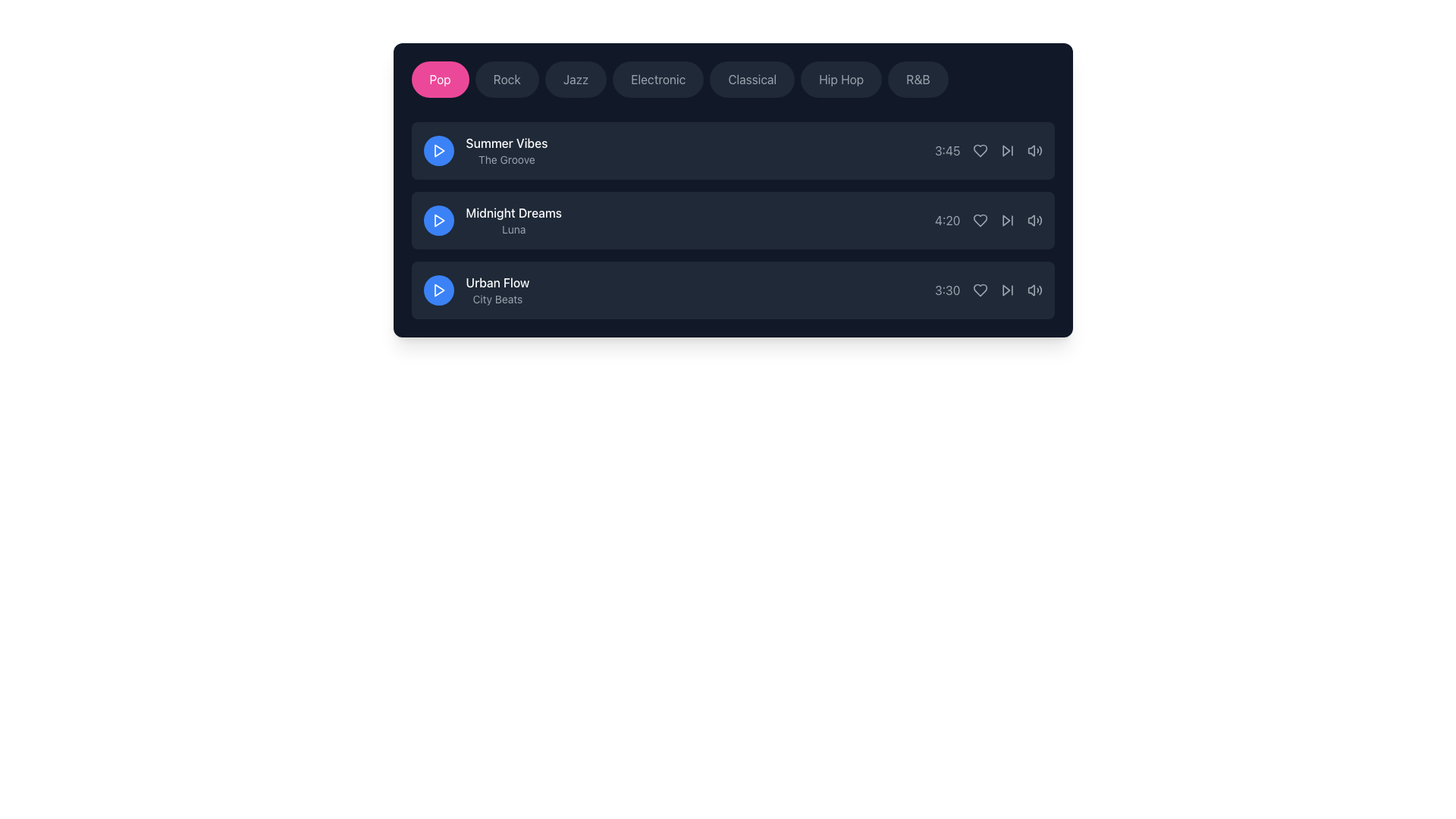  I want to click on the play button located to the far left of the text 'Summer Vibes', so click(438, 151).